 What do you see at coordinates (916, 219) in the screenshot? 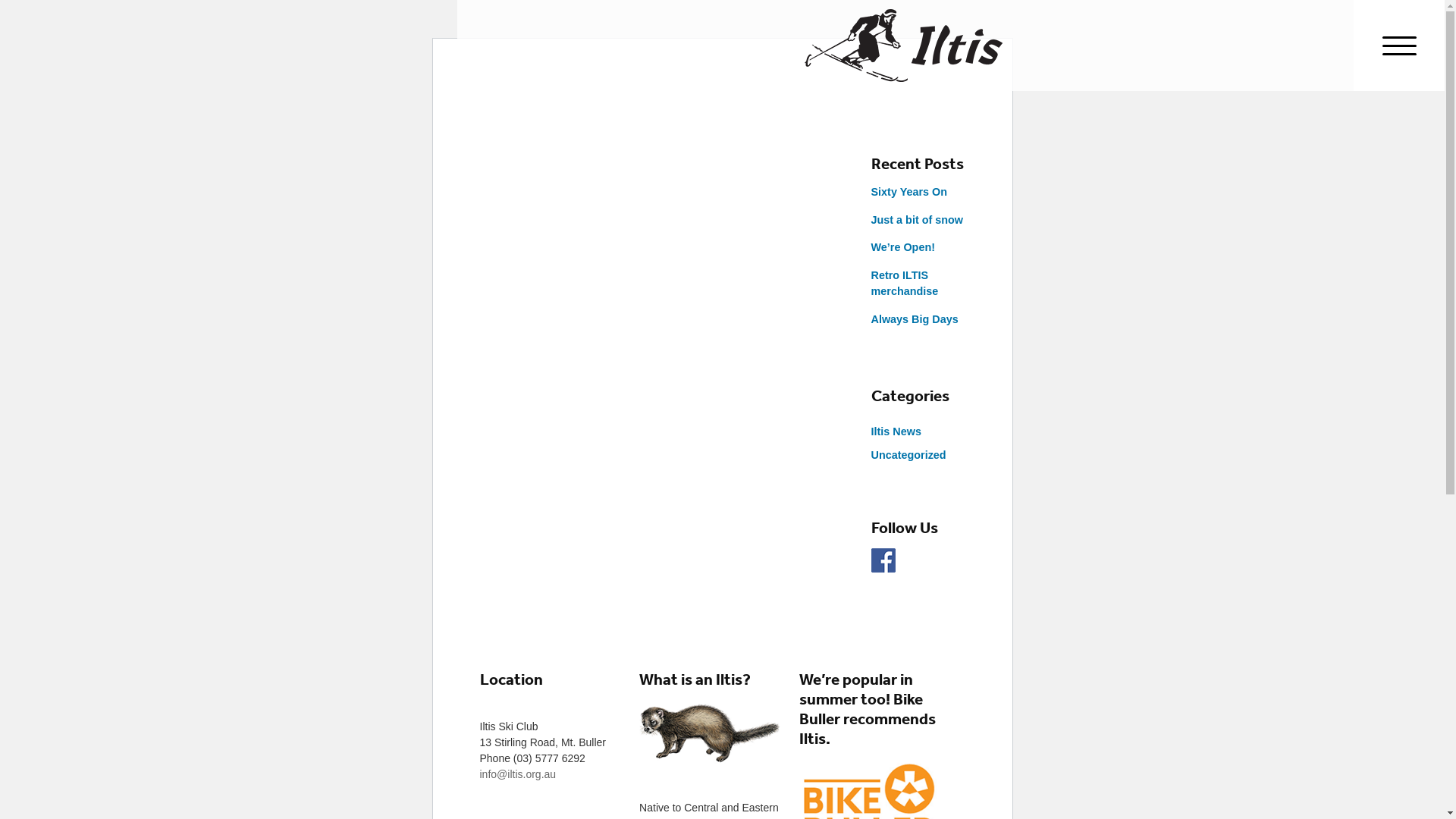
I see `'Just a bit of snow'` at bounding box center [916, 219].